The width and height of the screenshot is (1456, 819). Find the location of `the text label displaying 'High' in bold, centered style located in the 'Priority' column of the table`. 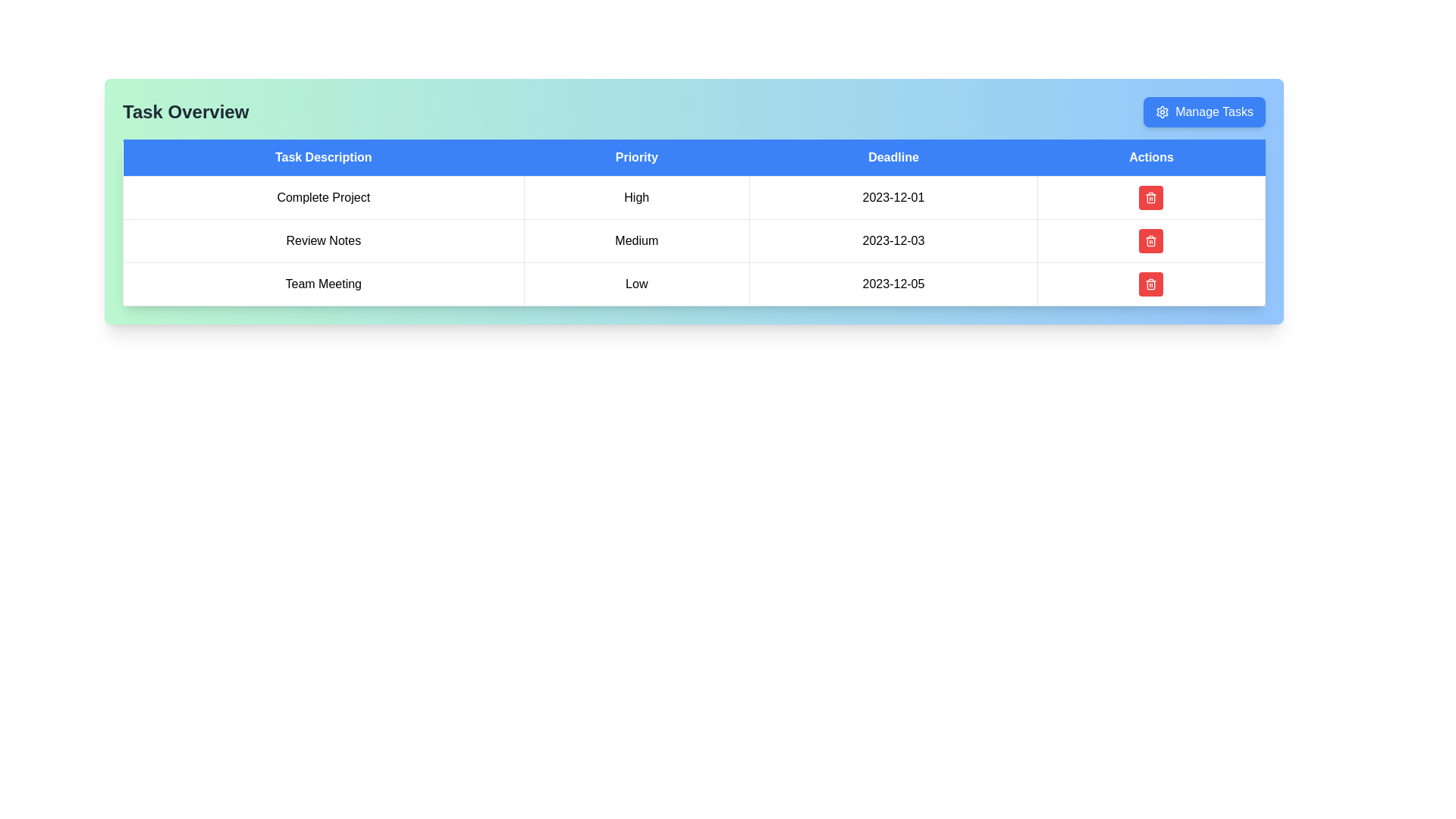

the text label displaying 'High' in bold, centered style located in the 'Priority' column of the table is located at coordinates (636, 197).